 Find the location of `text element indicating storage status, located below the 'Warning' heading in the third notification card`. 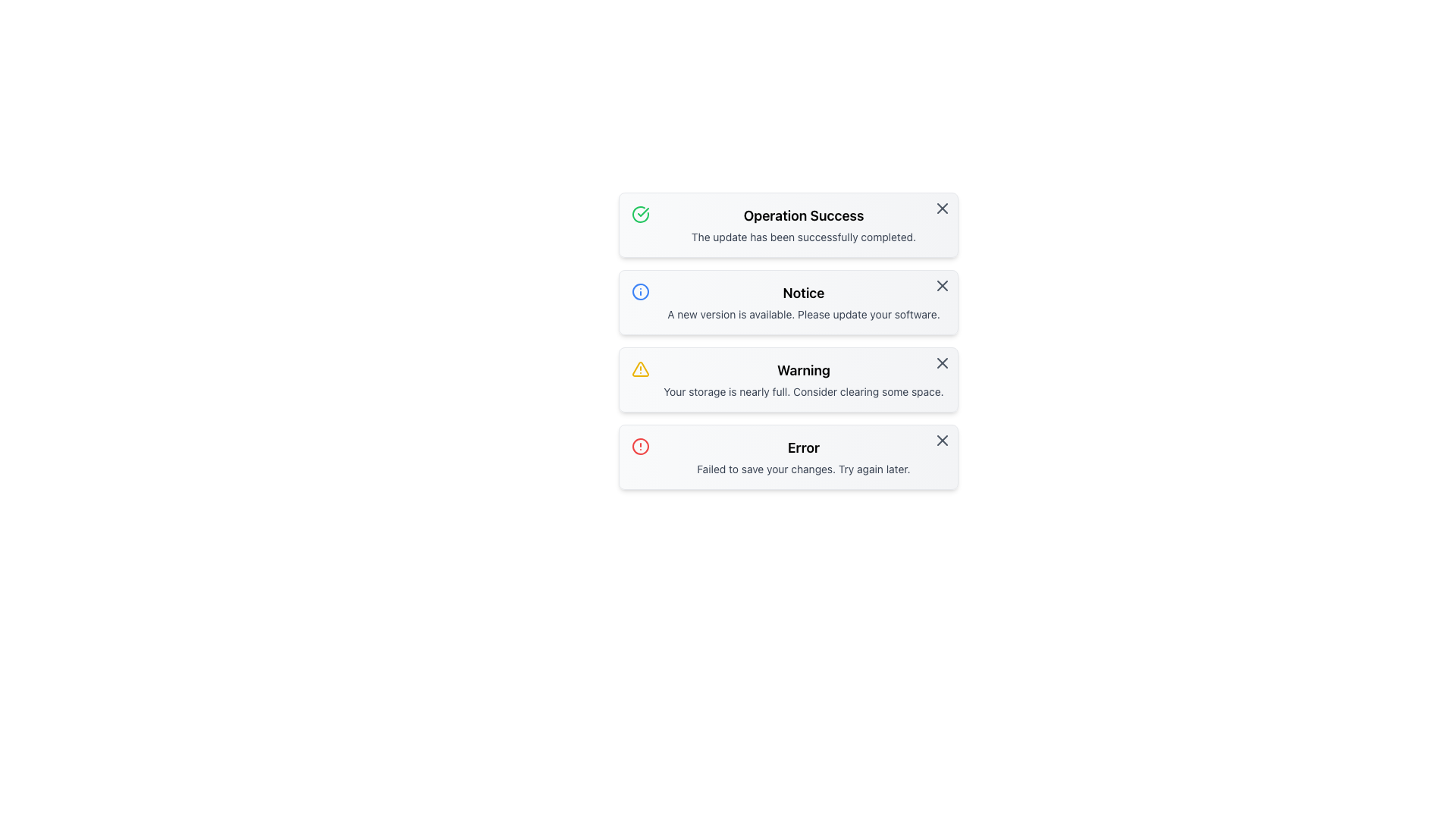

text element indicating storage status, located below the 'Warning' heading in the third notification card is located at coordinates (803, 391).